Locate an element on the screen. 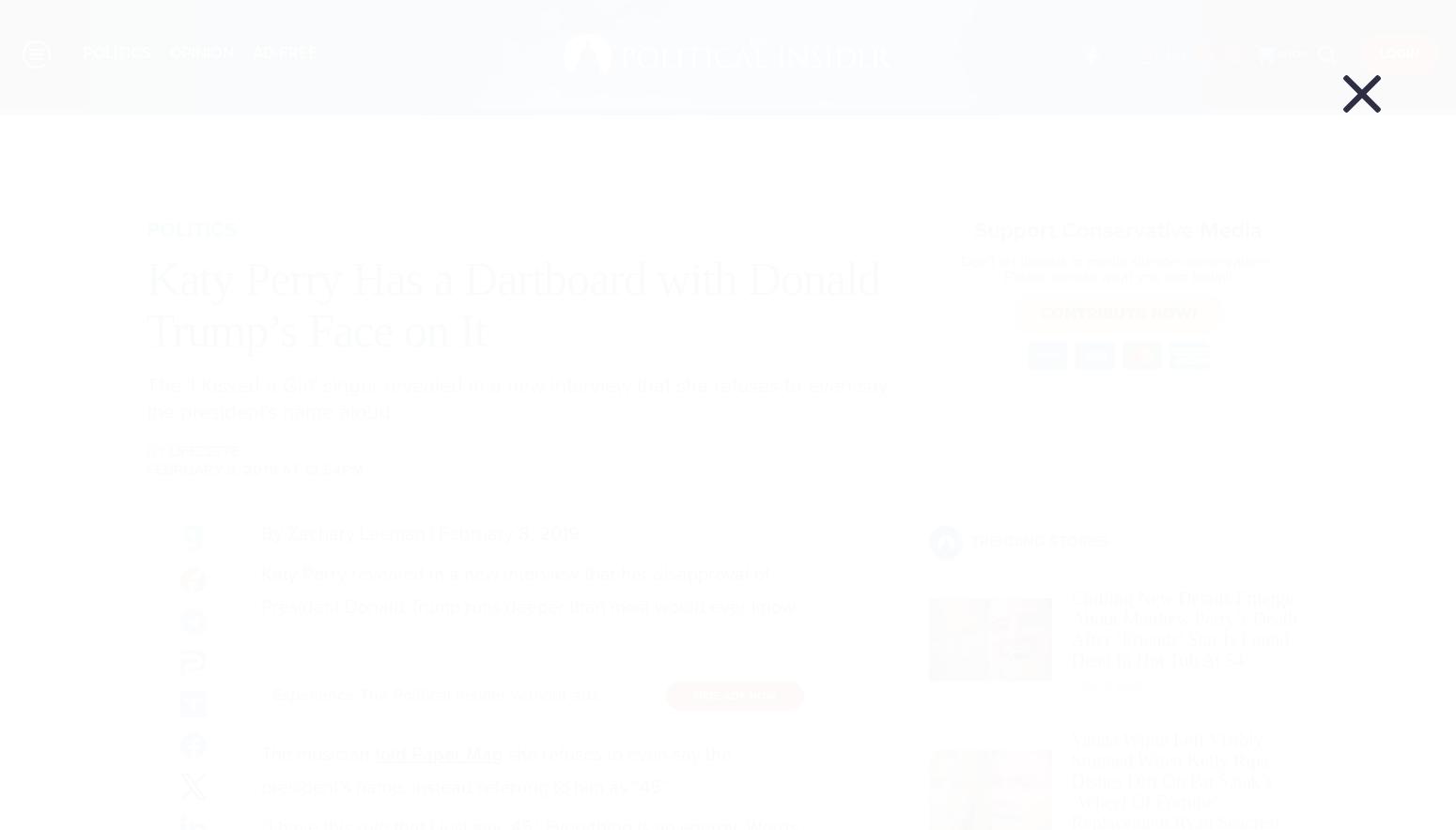 This screenshot has height=830, width=1456. 'Please donate what you can today!' is located at coordinates (1118, 277).